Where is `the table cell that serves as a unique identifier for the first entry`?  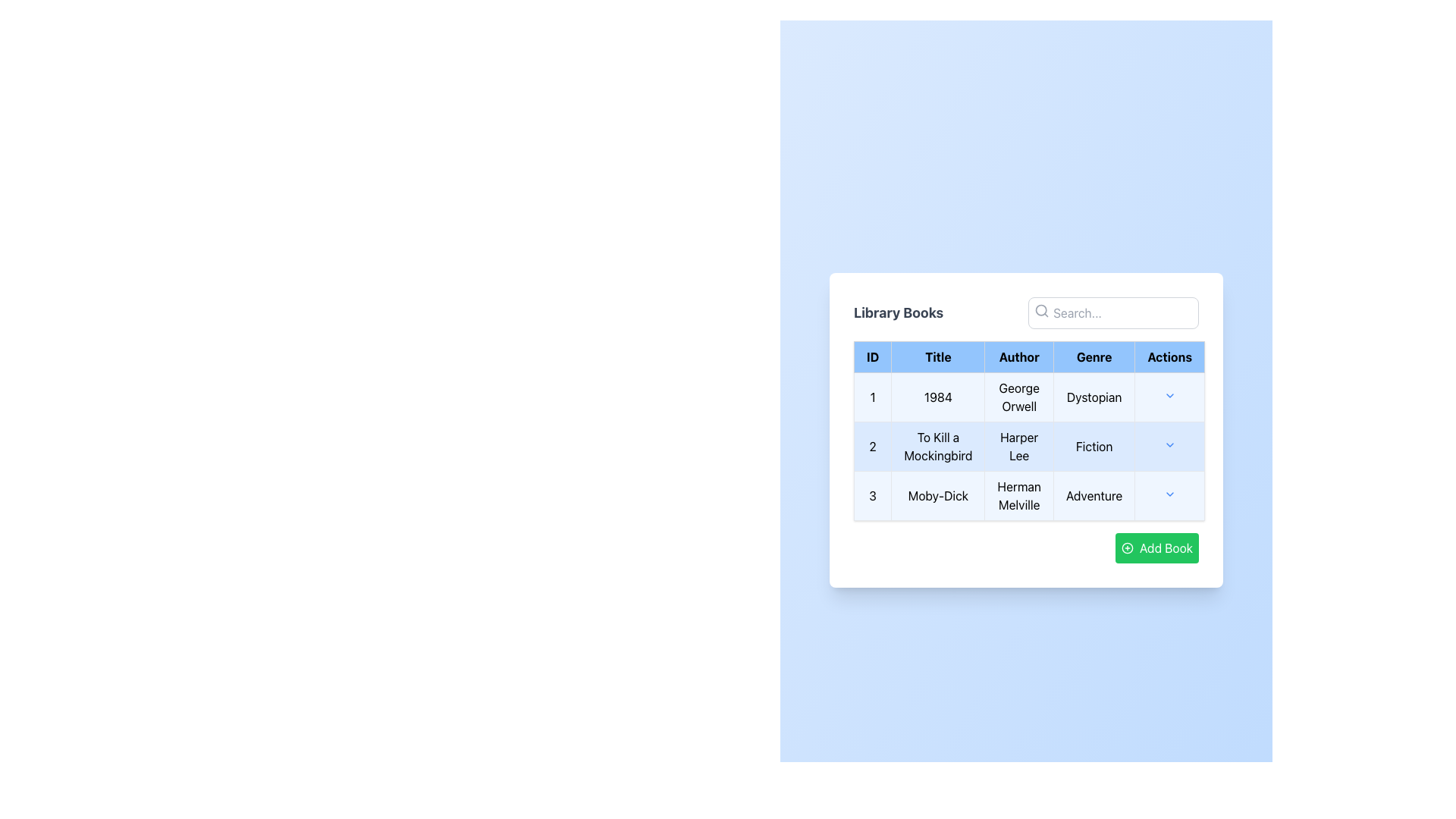
the table cell that serves as a unique identifier for the first entry is located at coordinates (873, 396).